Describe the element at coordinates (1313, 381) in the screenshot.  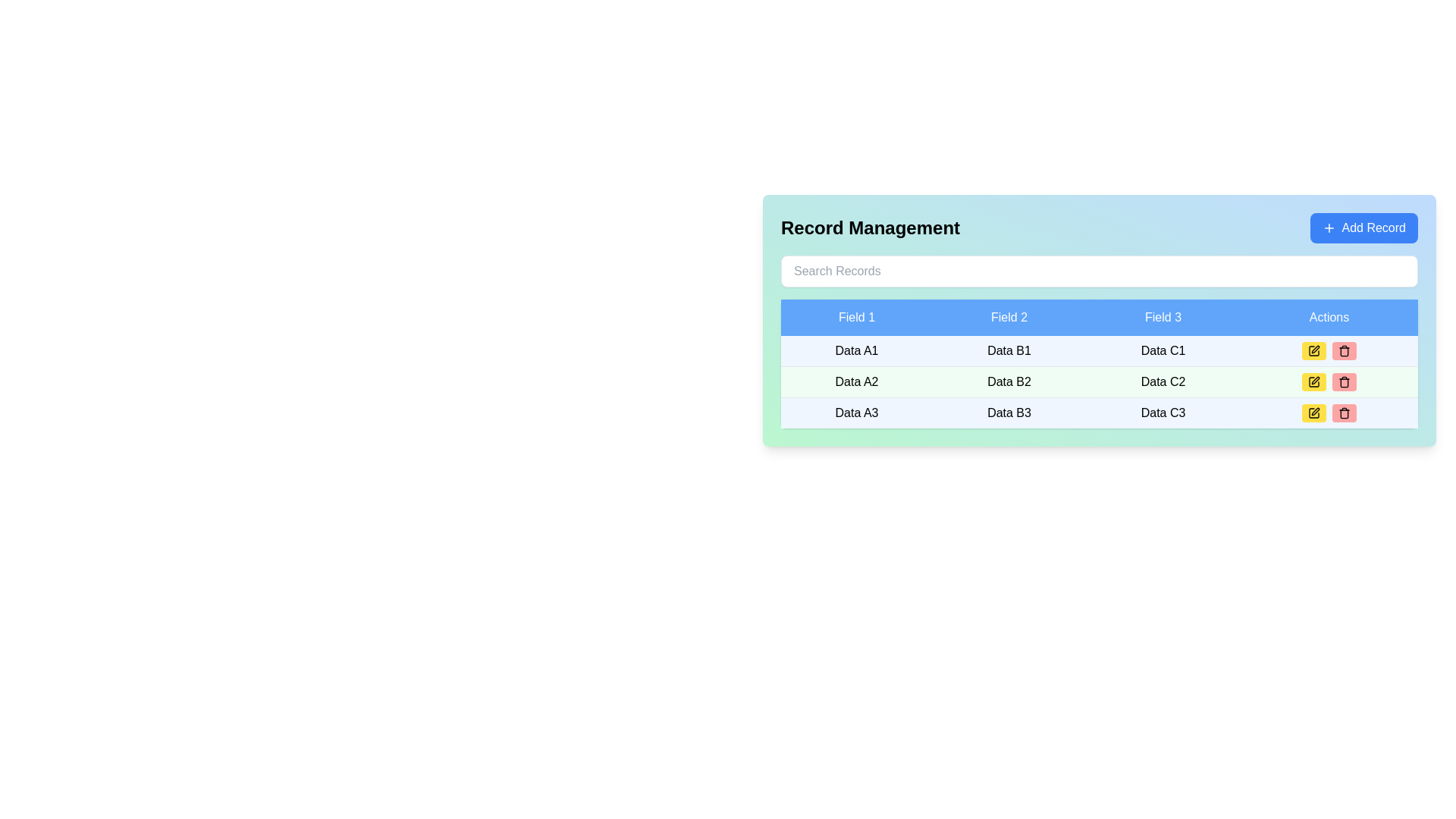
I see `the edit button located in the 'Actions' column of the data table for the 'Data A2' entry` at that location.